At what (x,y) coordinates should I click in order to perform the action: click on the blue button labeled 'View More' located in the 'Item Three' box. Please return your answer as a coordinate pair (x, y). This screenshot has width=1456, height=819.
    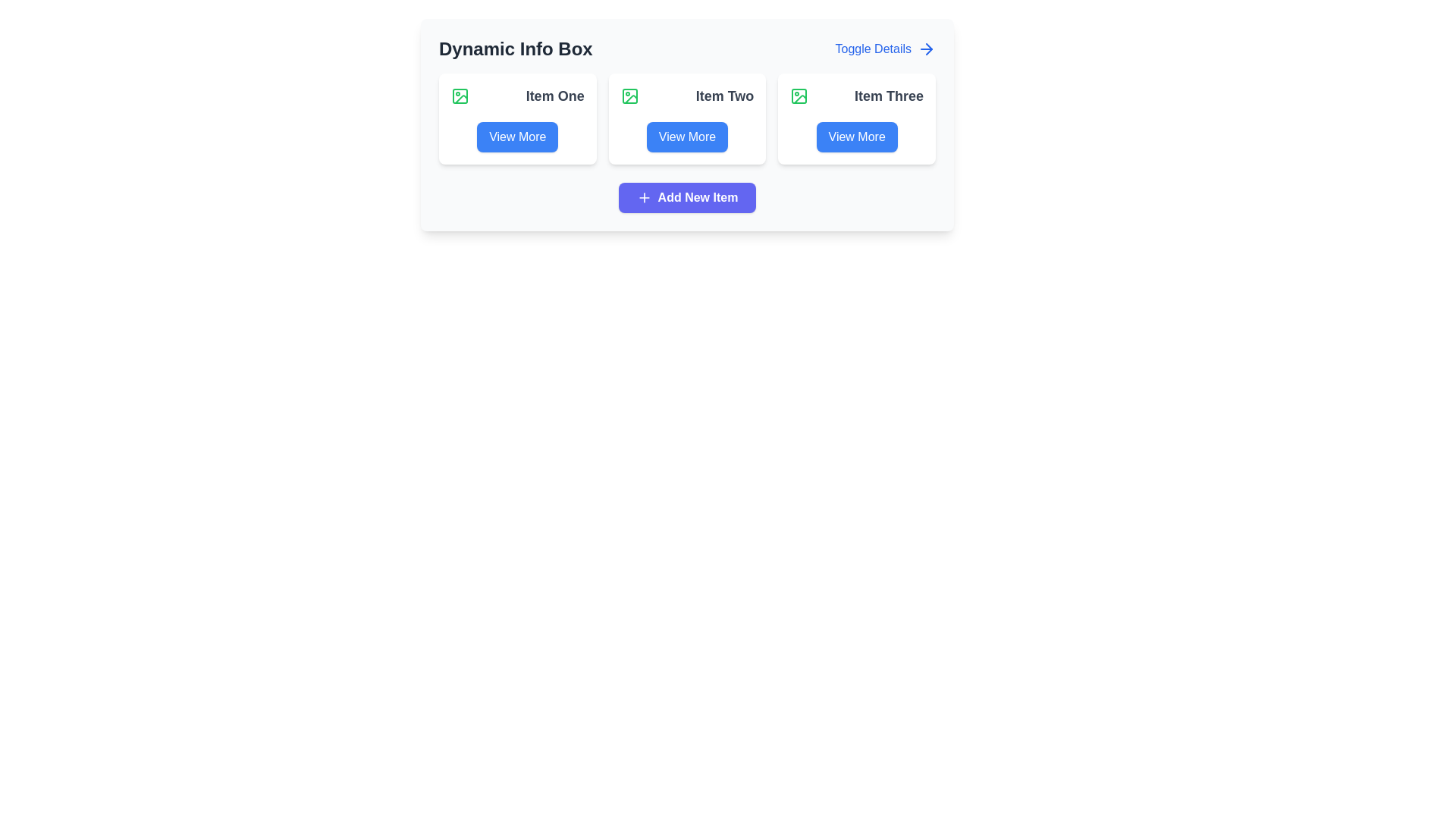
    Looking at the image, I should click on (857, 137).